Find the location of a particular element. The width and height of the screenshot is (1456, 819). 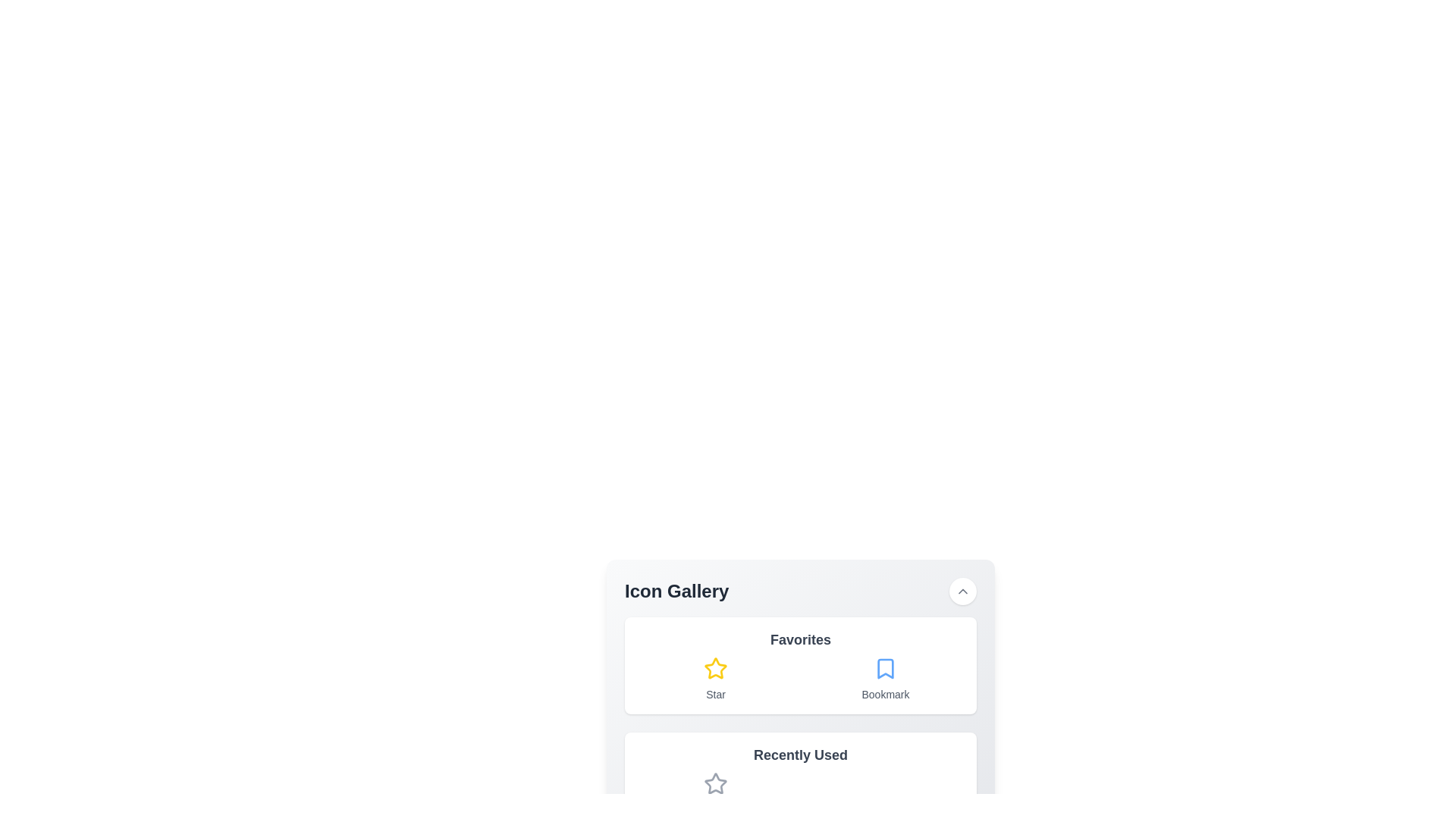

the bookmark icon located to the right of the star icon in the Favorites group is located at coordinates (885, 668).